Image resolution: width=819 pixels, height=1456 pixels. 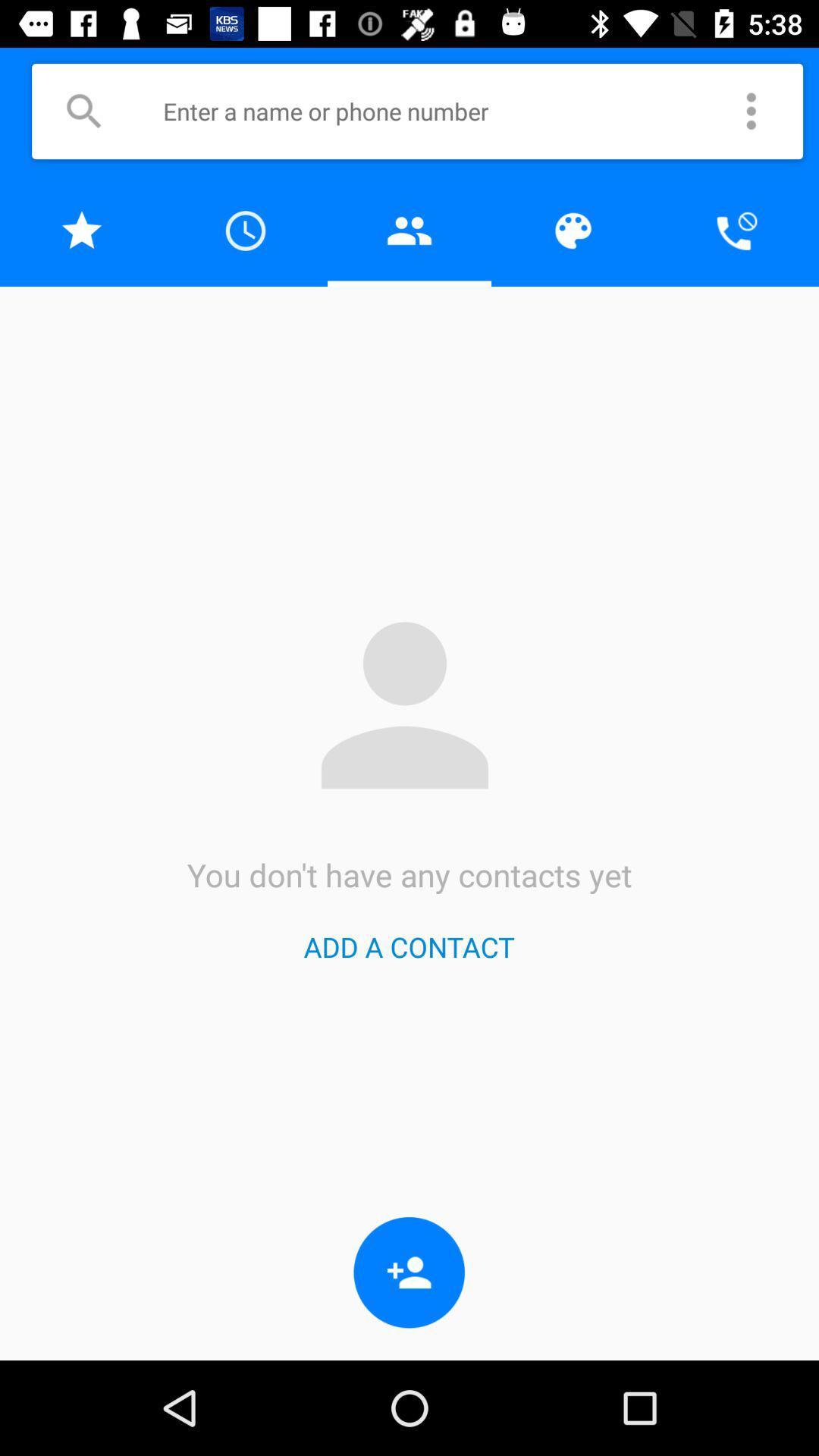 I want to click on contacts option, so click(x=82, y=230).